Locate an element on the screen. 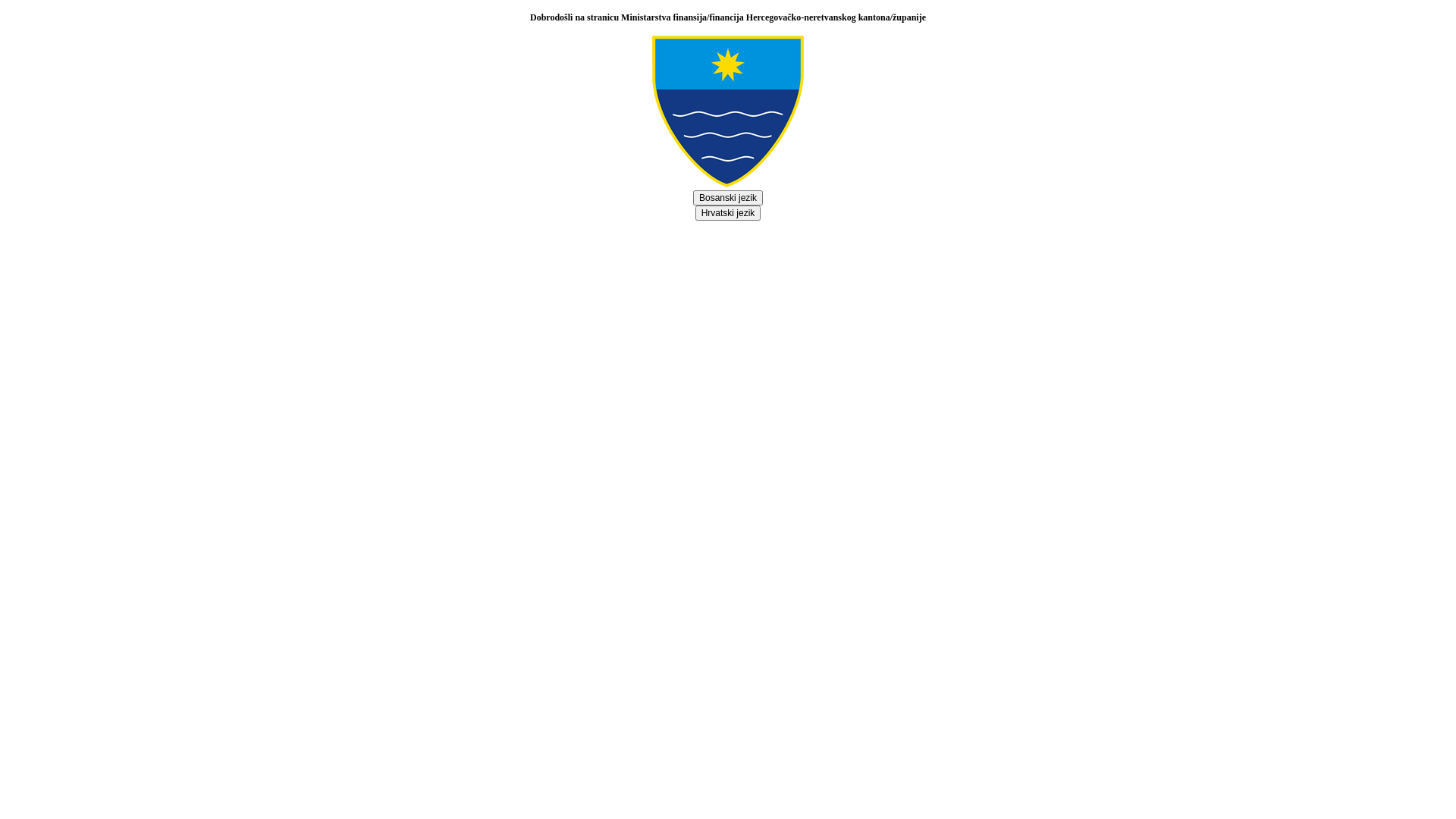 The image size is (1456, 819). 'Bosanski jezik' is located at coordinates (728, 197).